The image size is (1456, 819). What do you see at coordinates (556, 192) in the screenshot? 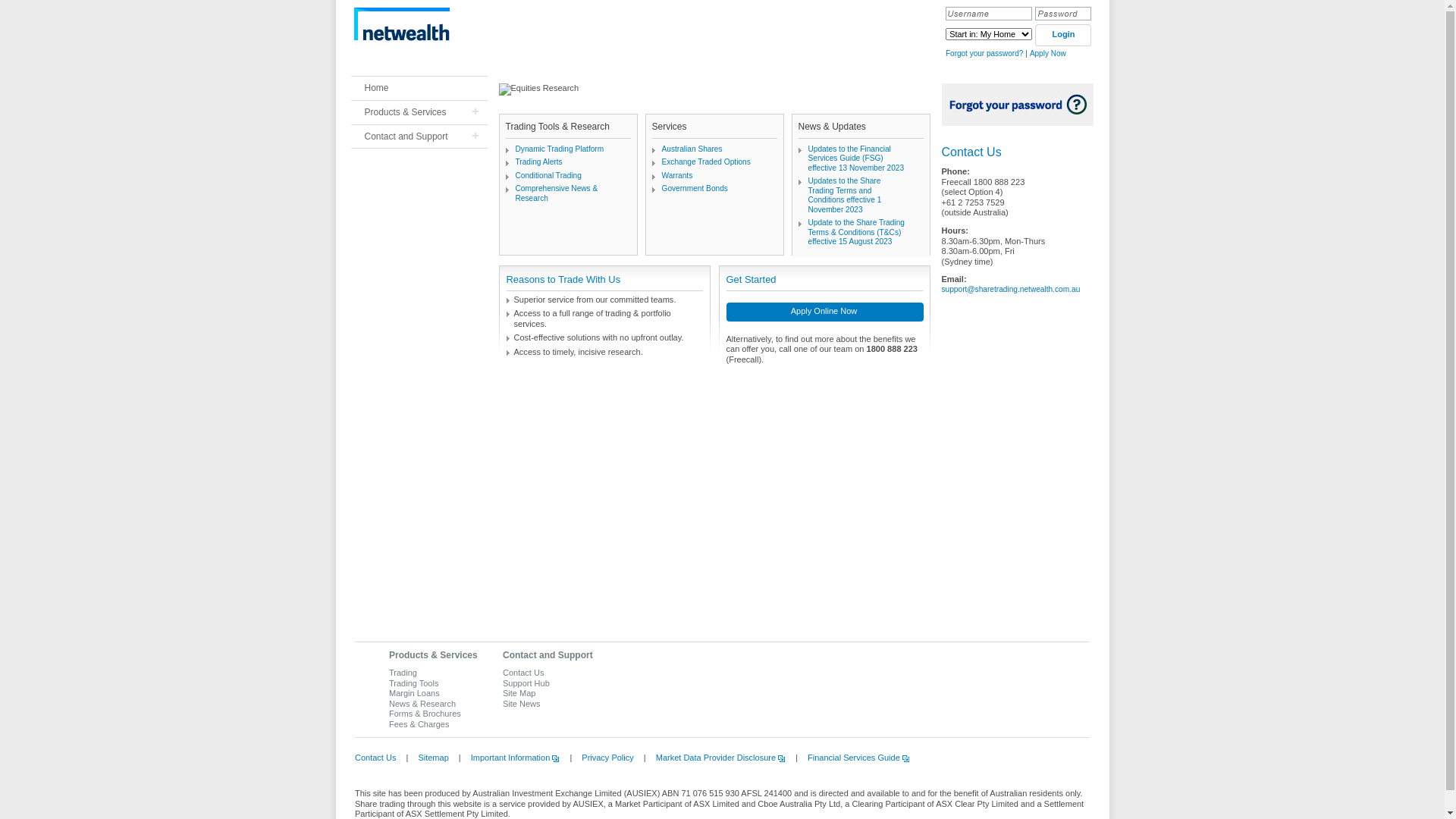
I see `'Comprehensive News & Research'` at bounding box center [556, 192].